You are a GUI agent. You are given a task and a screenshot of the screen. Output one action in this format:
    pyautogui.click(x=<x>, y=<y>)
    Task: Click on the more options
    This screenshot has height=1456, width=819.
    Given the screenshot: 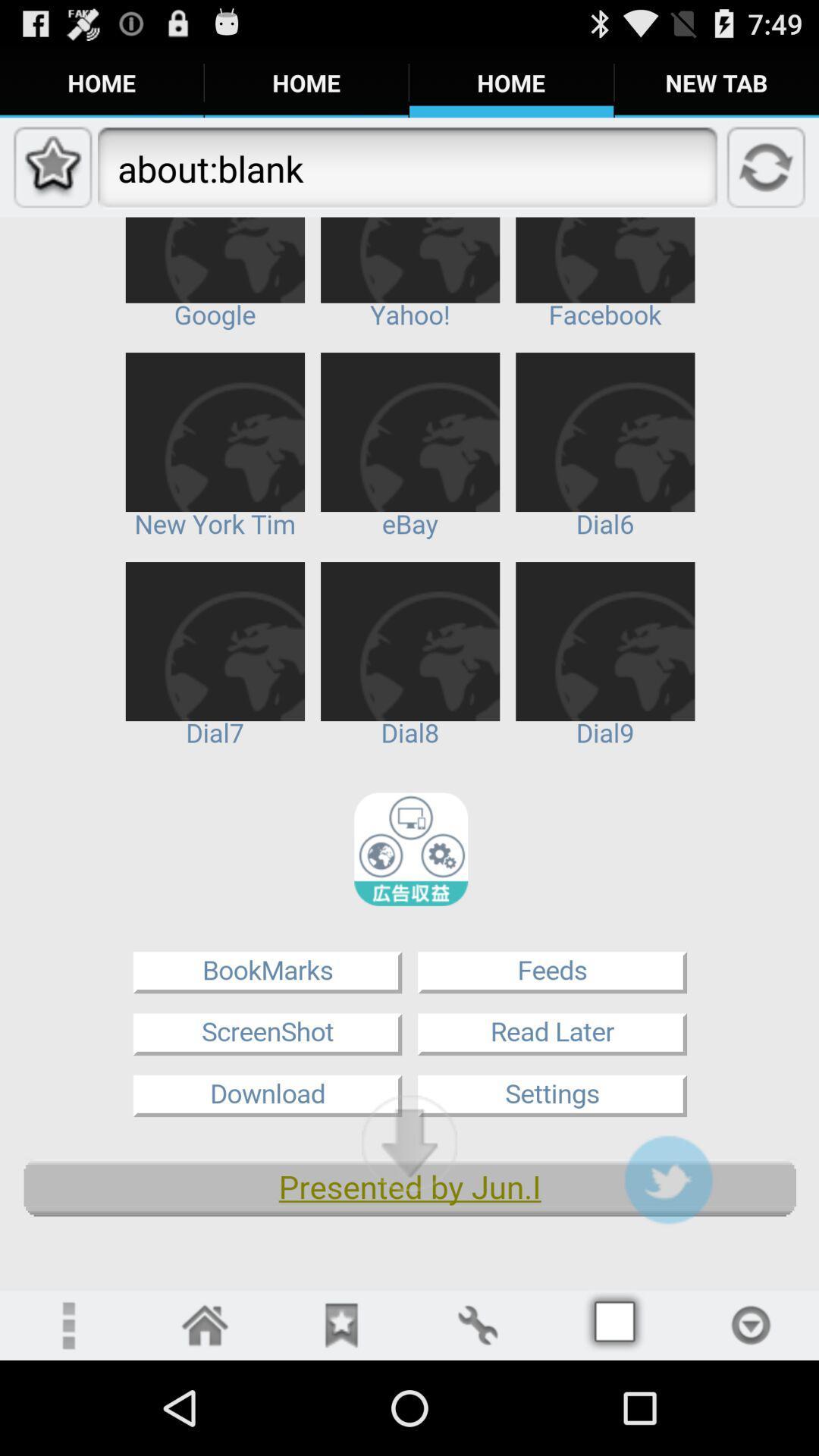 What is the action you would take?
    pyautogui.click(x=67, y=1324)
    